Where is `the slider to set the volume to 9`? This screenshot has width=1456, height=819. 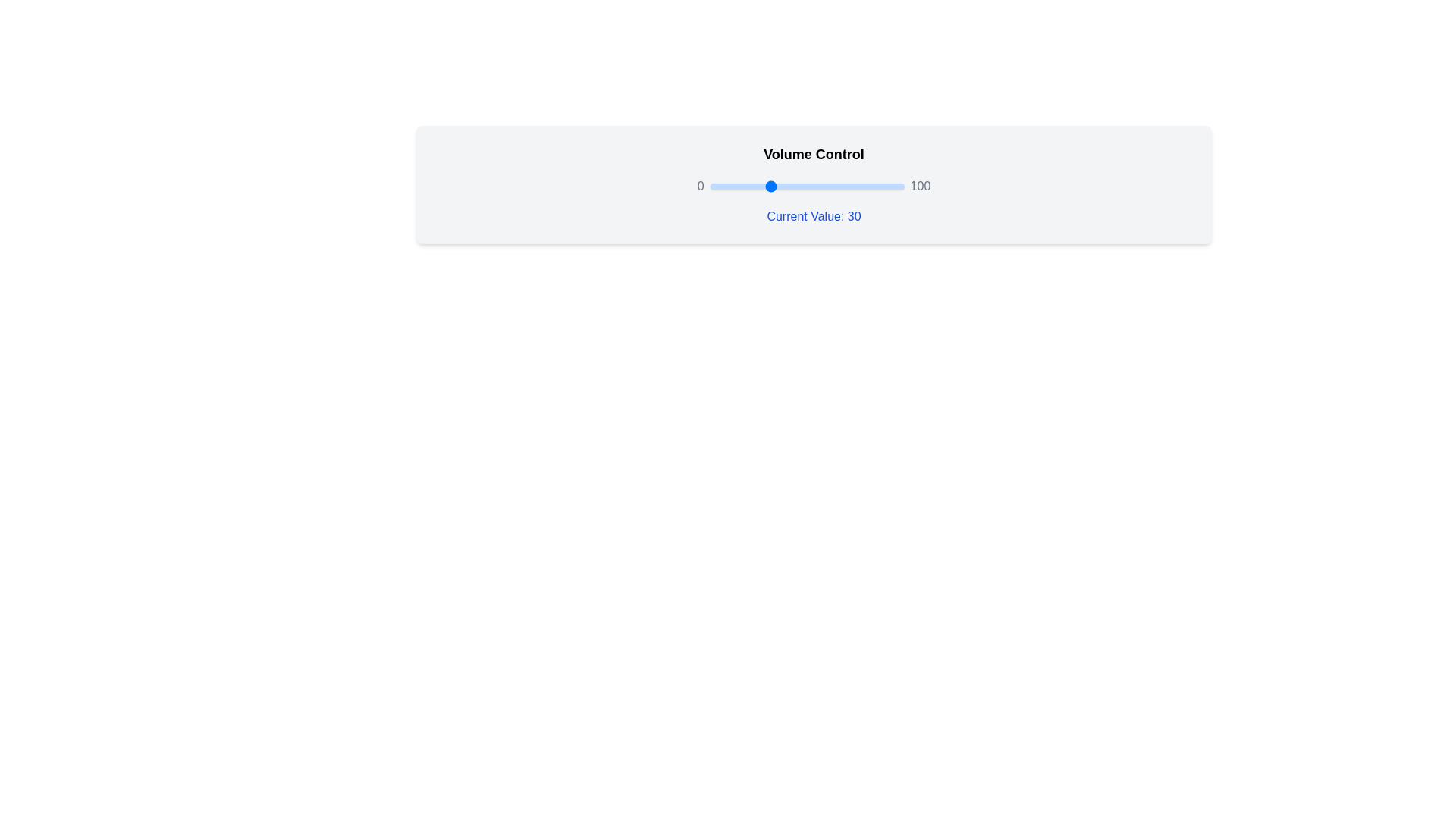 the slider to set the volume to 9 is located at coordinates (726, 186).